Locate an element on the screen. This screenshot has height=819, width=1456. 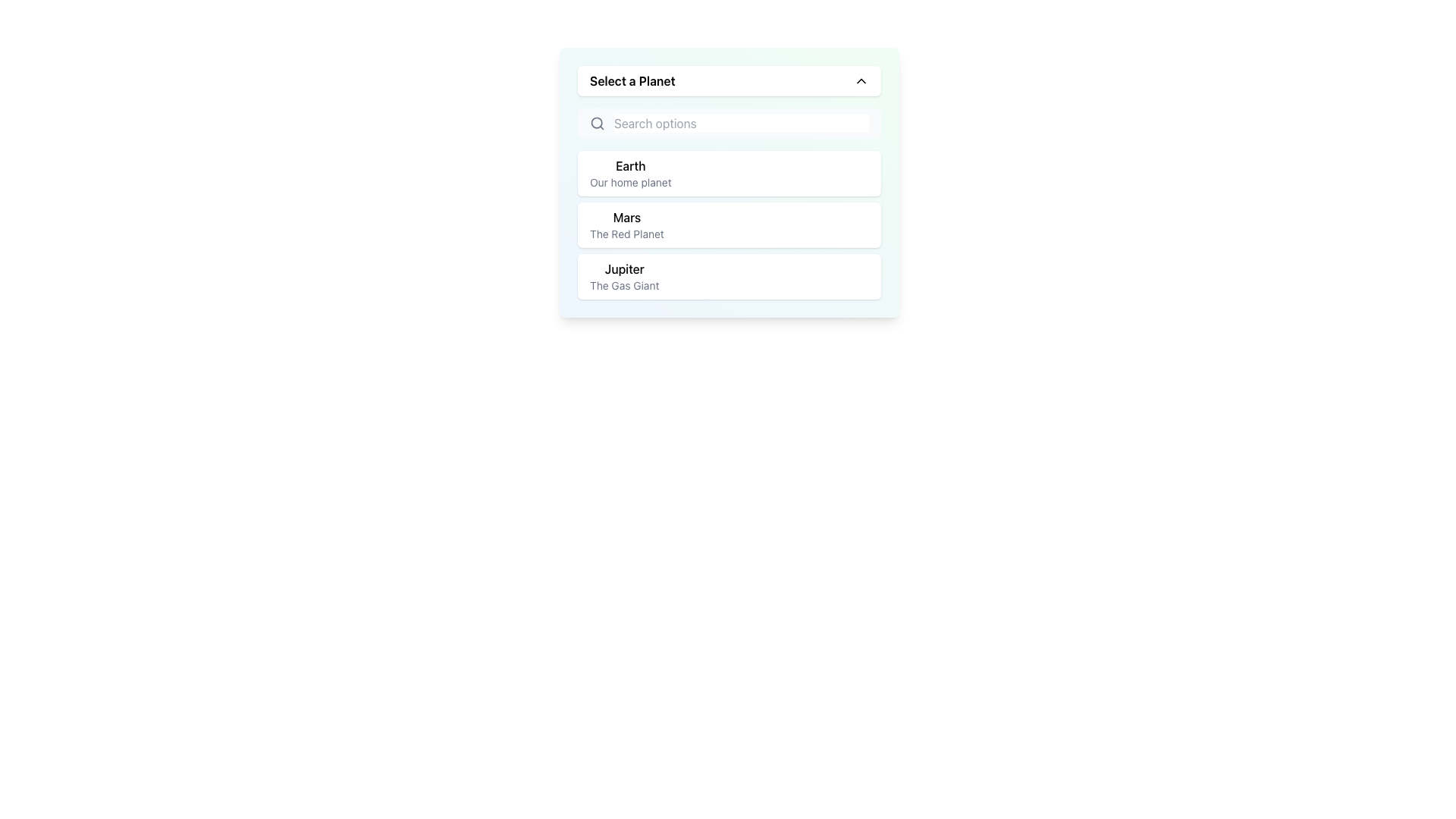
the upward-facing chevron icon located at the far right side of the 'Select a Planet' text is located at coordinates (861, 81).